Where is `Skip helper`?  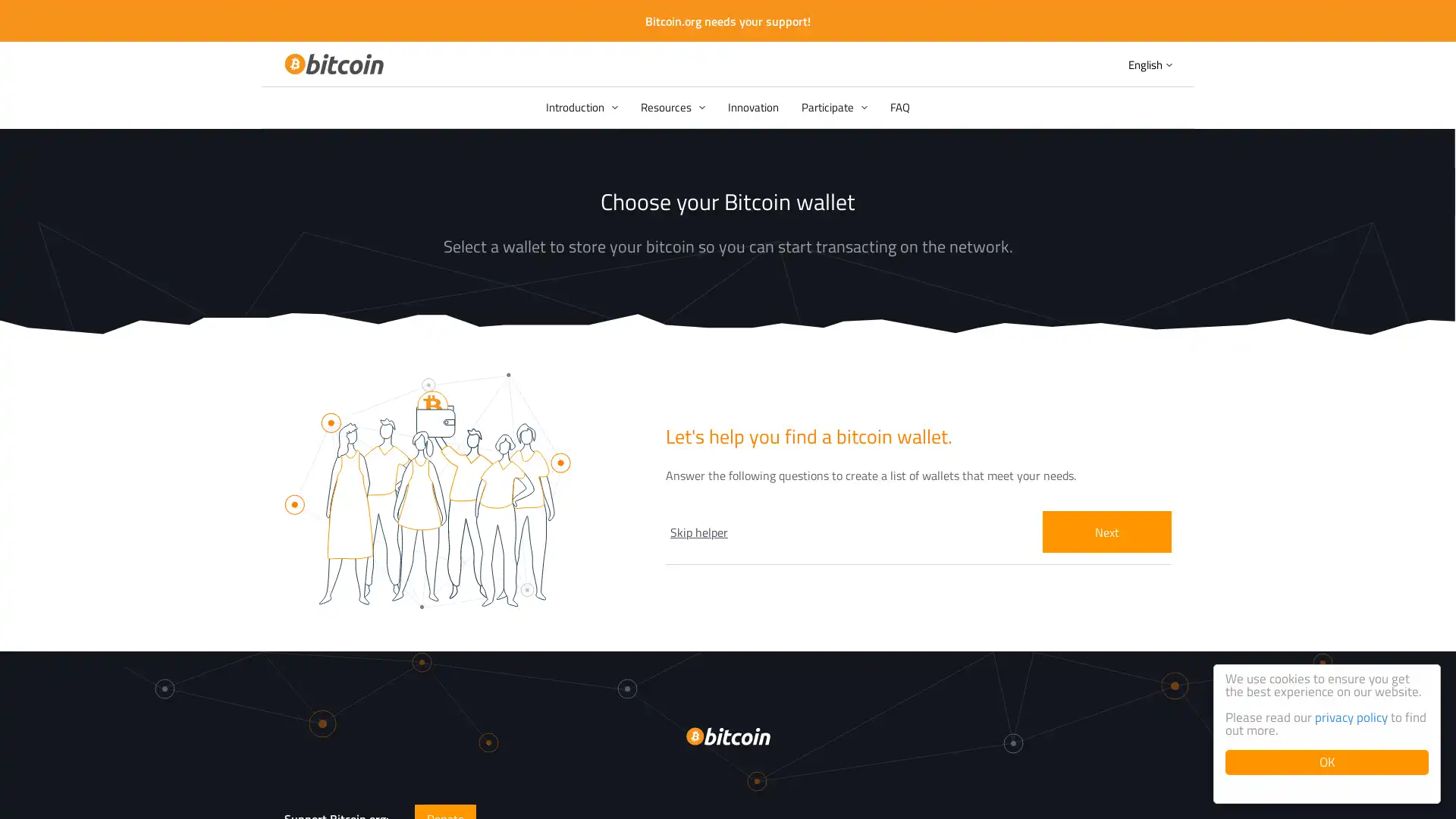
Skip helper is located at coordinates (698, 531).